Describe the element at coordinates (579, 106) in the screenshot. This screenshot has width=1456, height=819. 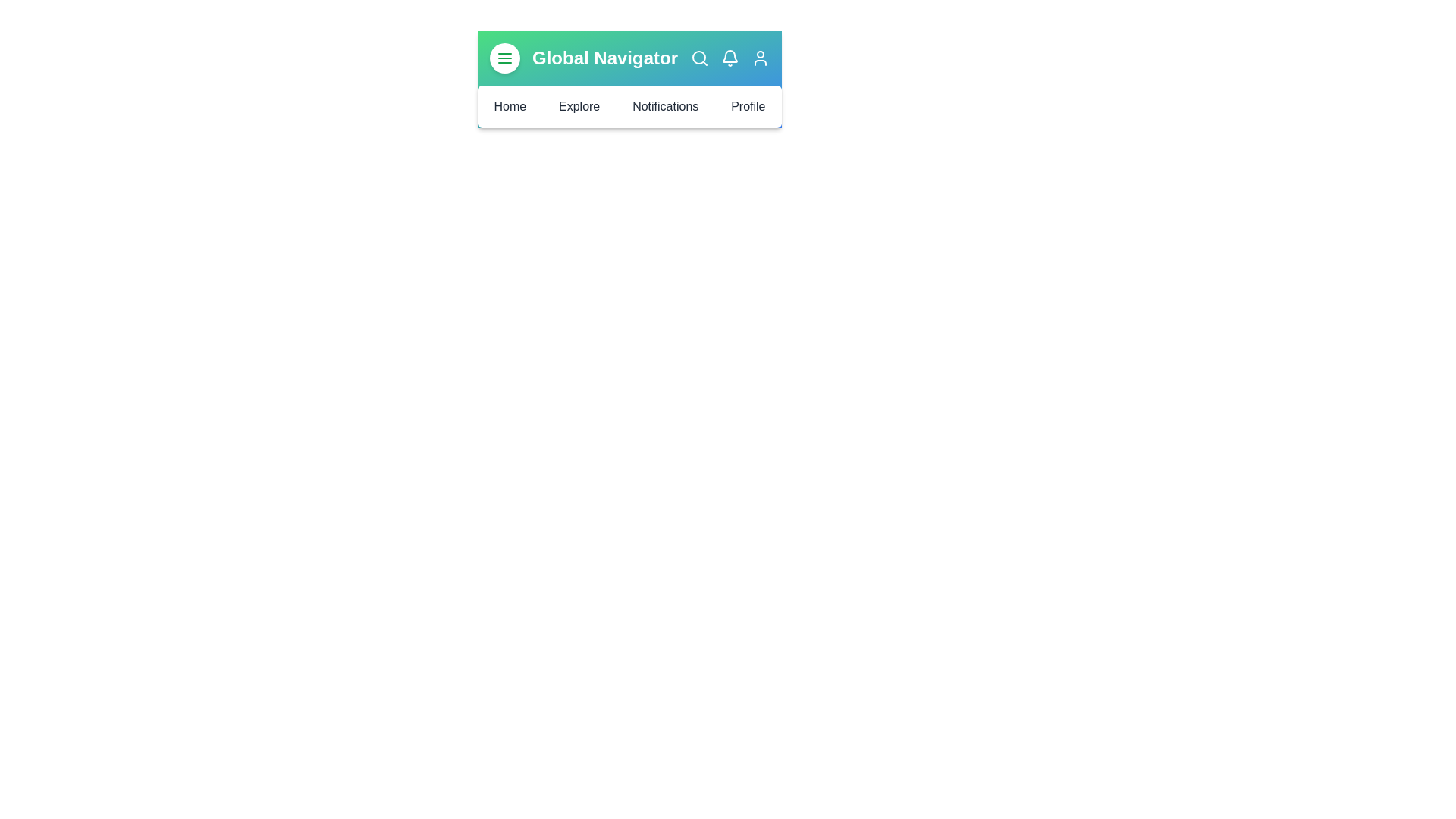
I see `the navigation menu item Explore to navigate to the corresponding section` at that location.